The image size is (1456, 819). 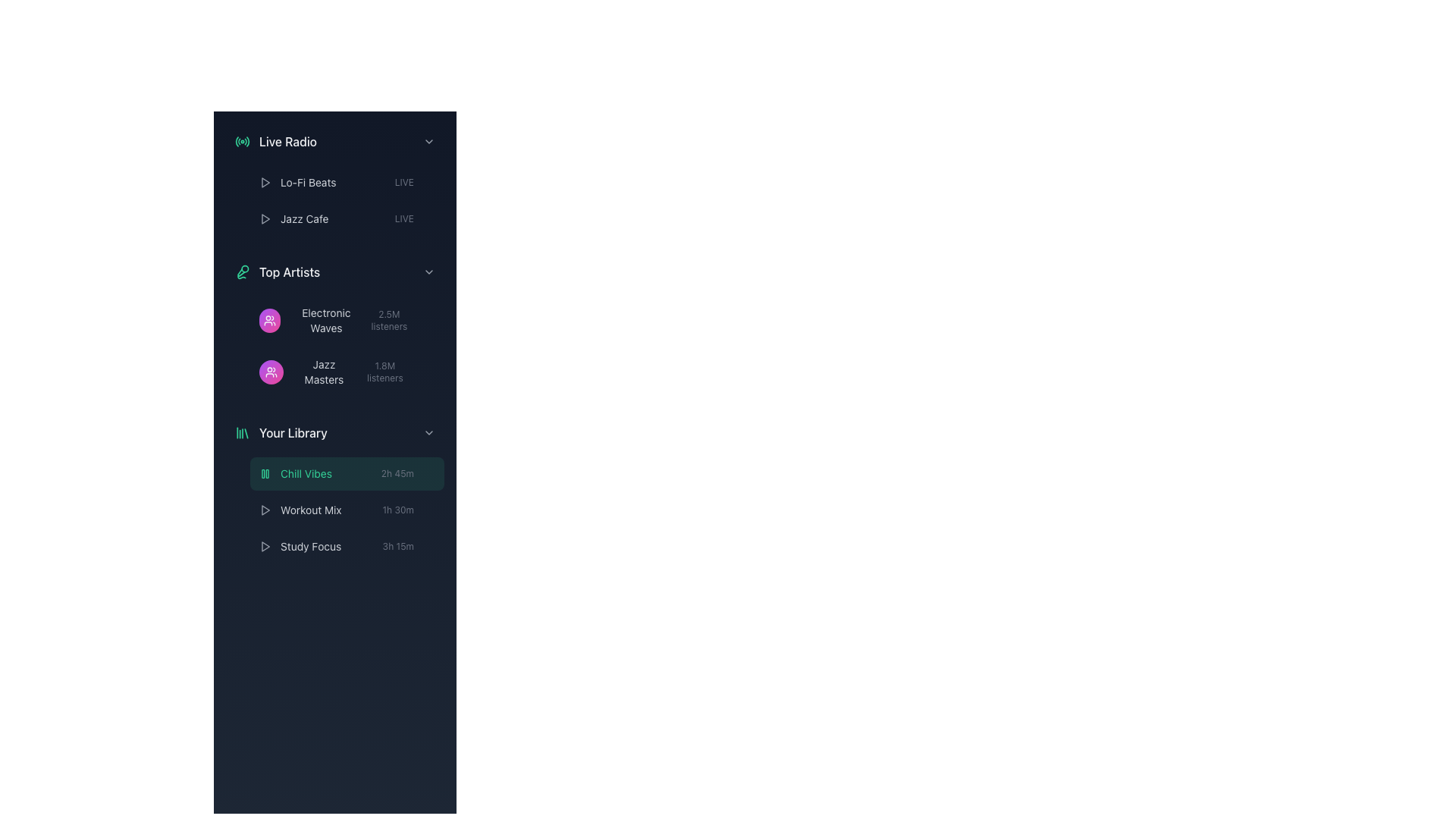 I want to click on the text label displaying '2.5M listeners' located in the 'Top Artists' section, positioned between 'Electronic Waves' and a heart-shaped icon, so click(x=389, y=320).